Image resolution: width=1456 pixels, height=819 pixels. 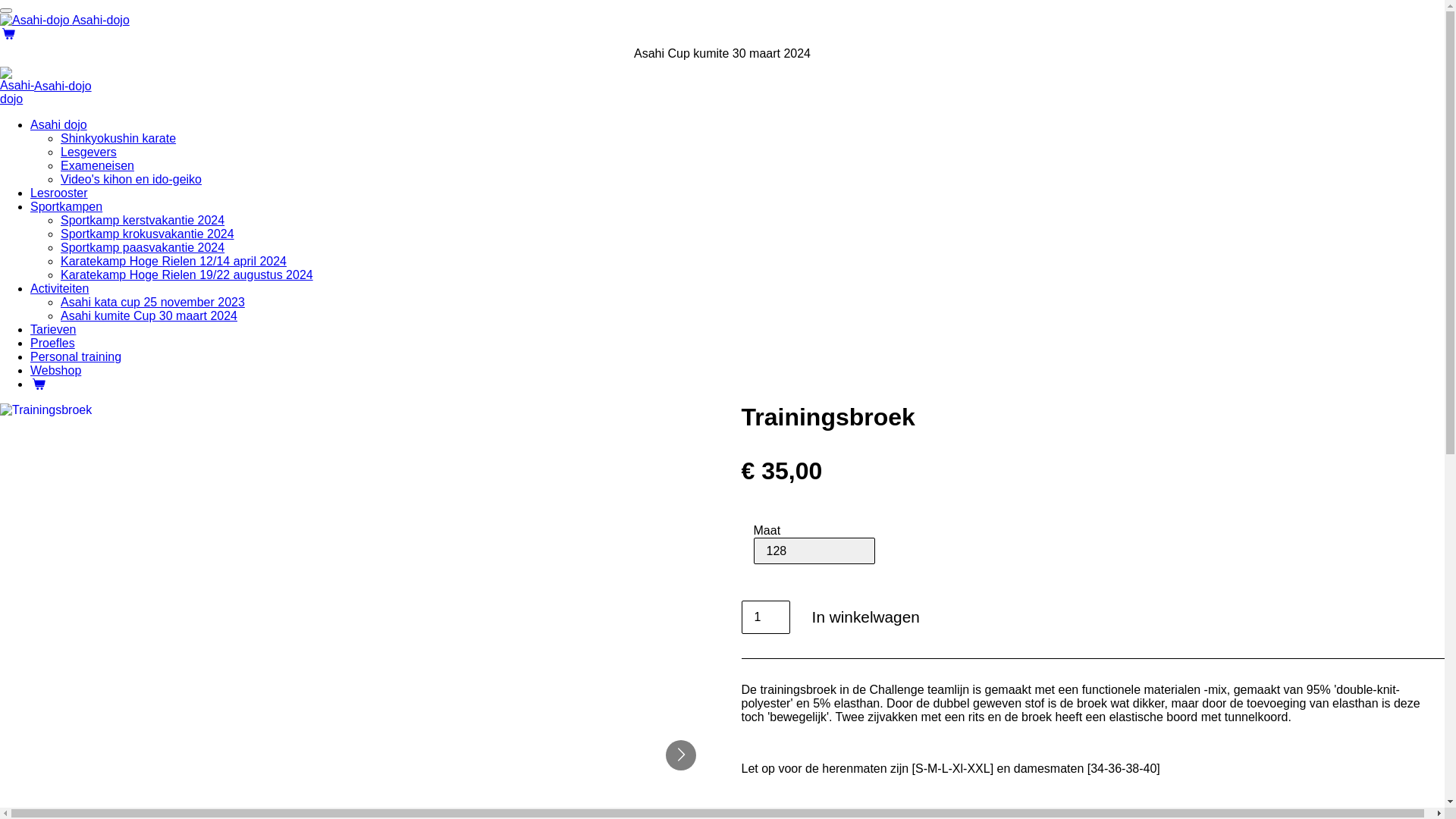 What do you see at coordinates (65, 206) in the screenshot?
I see `'Sportkampen'` at bounding box center [65, 206].